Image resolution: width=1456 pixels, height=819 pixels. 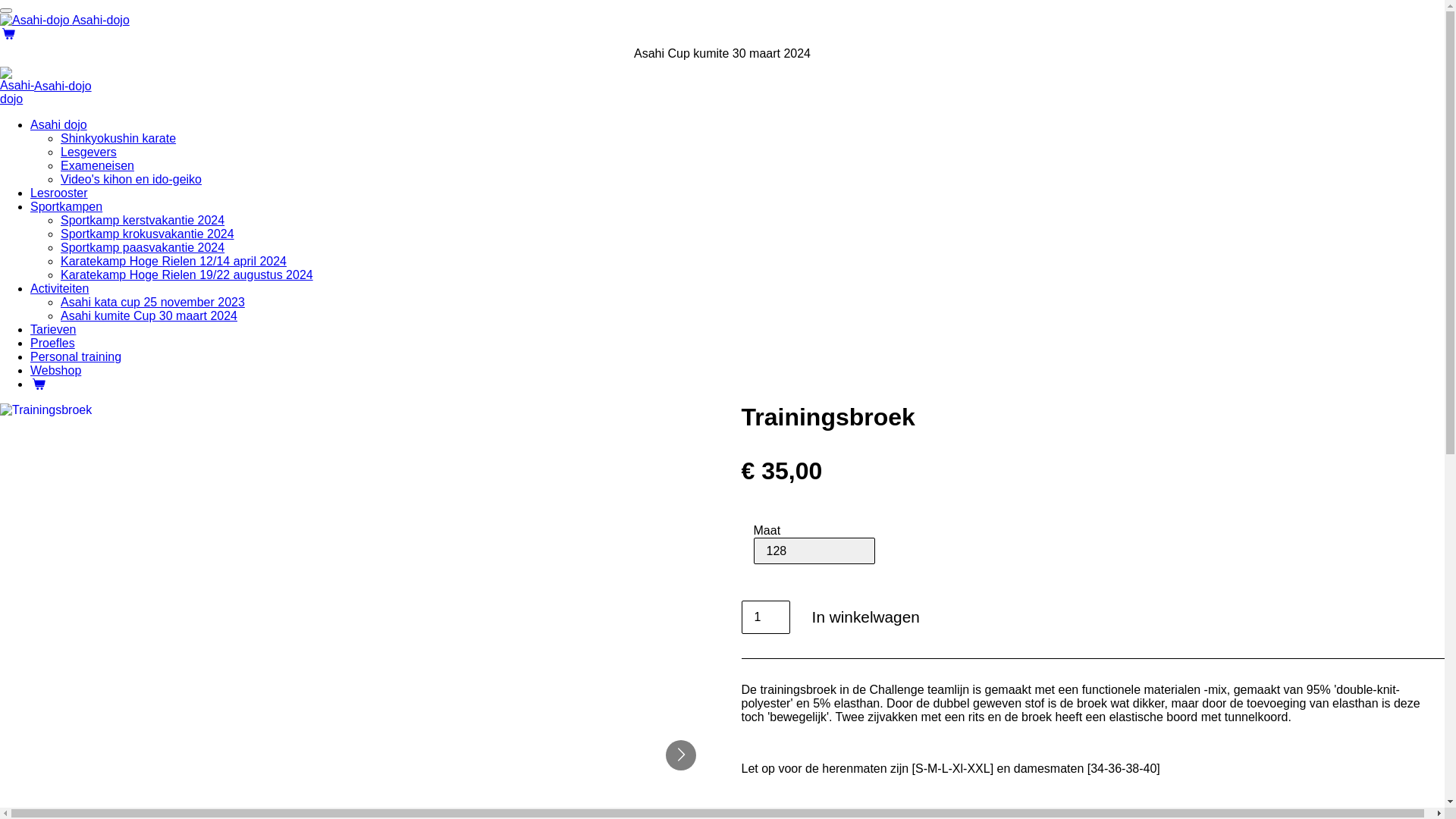 What do you see at coordinates (65, 206) in the screenshot?
I see `'Sportkampen'` at bounding box center [65, 206].